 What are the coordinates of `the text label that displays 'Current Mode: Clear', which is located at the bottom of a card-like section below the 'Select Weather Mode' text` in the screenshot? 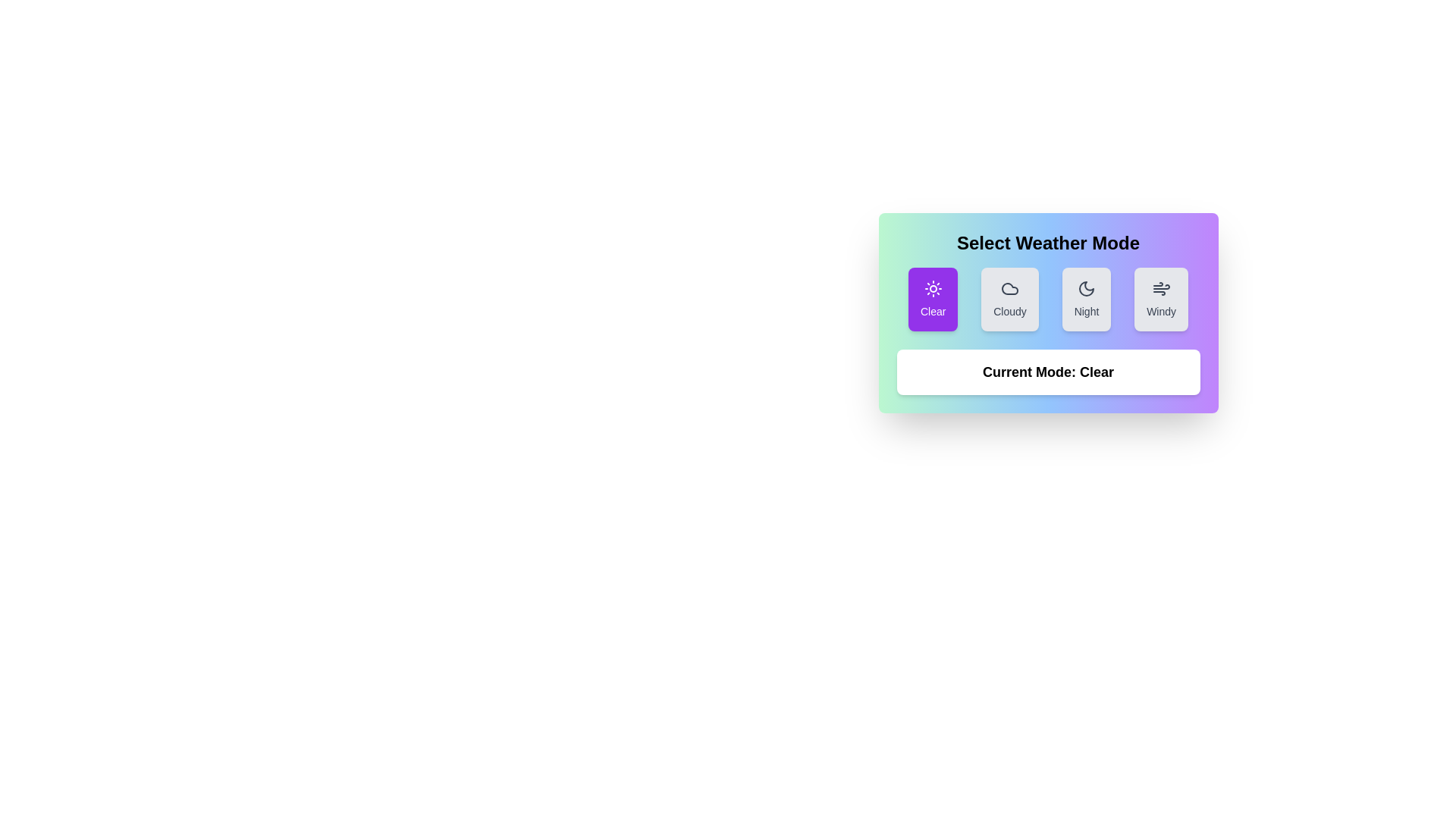 It's located at (1047, 372).